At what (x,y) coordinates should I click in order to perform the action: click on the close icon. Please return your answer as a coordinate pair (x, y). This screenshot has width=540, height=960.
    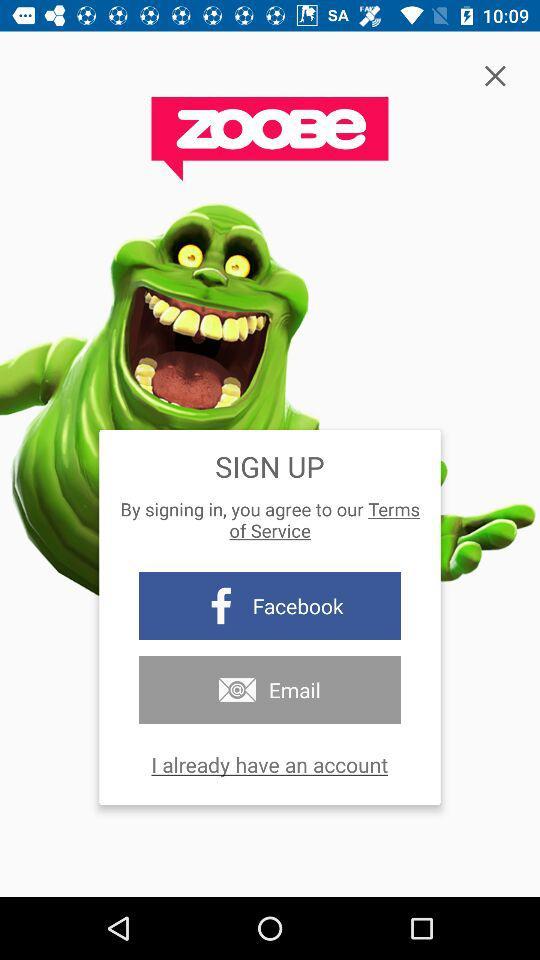
    Looking at the image, I should click on (494, 76).